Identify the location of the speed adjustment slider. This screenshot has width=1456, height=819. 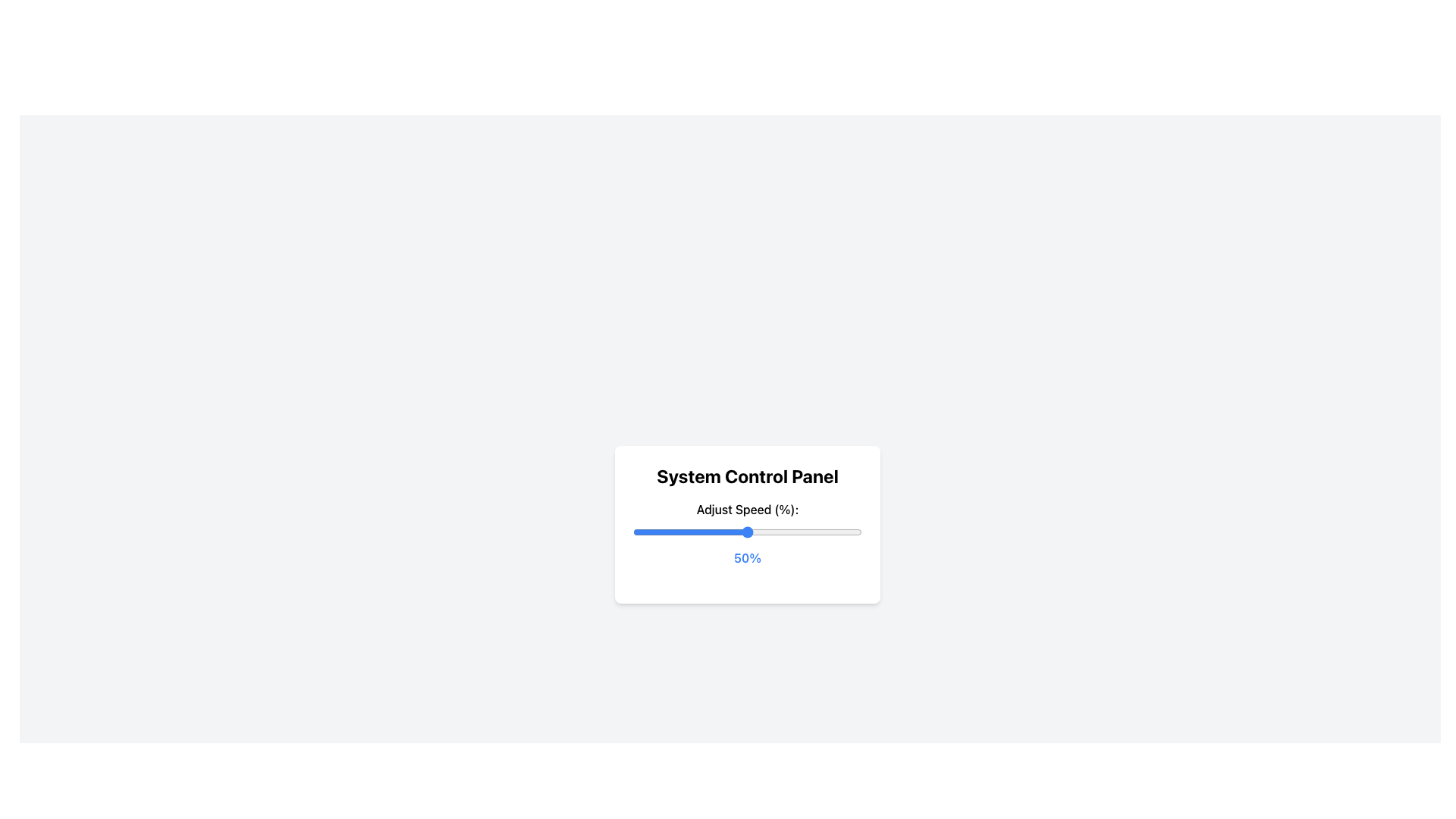
(804, 532).